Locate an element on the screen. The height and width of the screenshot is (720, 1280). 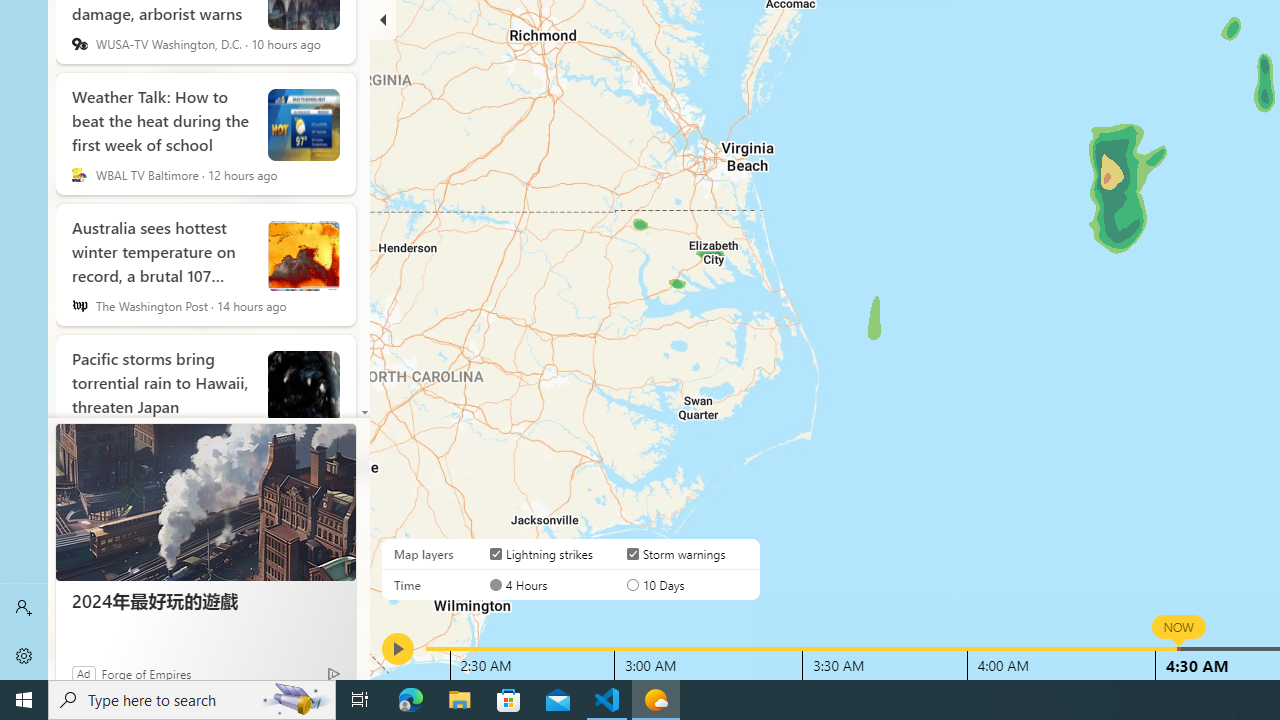
'Microsoft Edge' is located at coordinates (410, 698).